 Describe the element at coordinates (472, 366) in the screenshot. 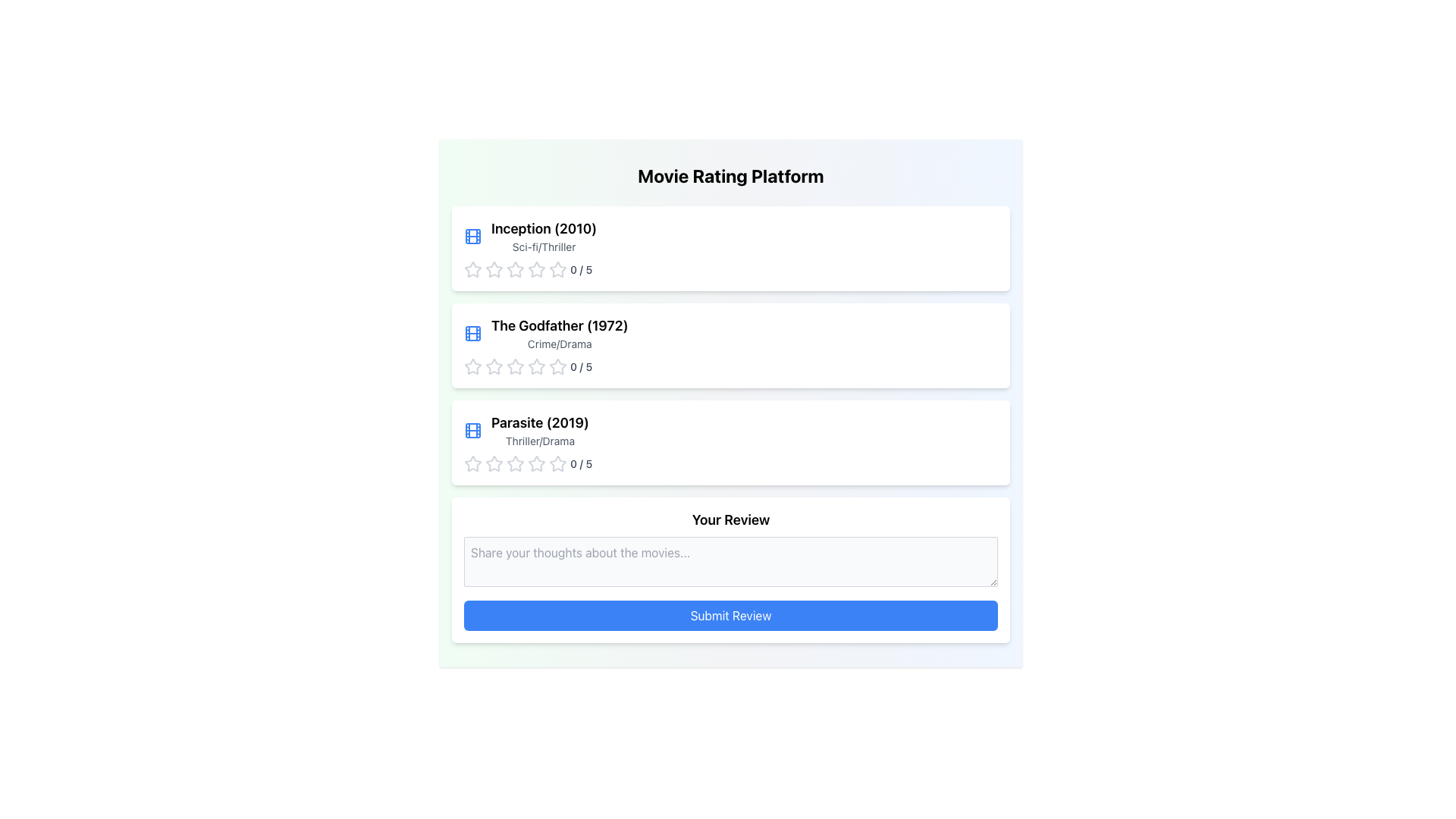

I see `the first rating star for the movie 'The Godfather (1972)' to rate it one out of five` at that location.